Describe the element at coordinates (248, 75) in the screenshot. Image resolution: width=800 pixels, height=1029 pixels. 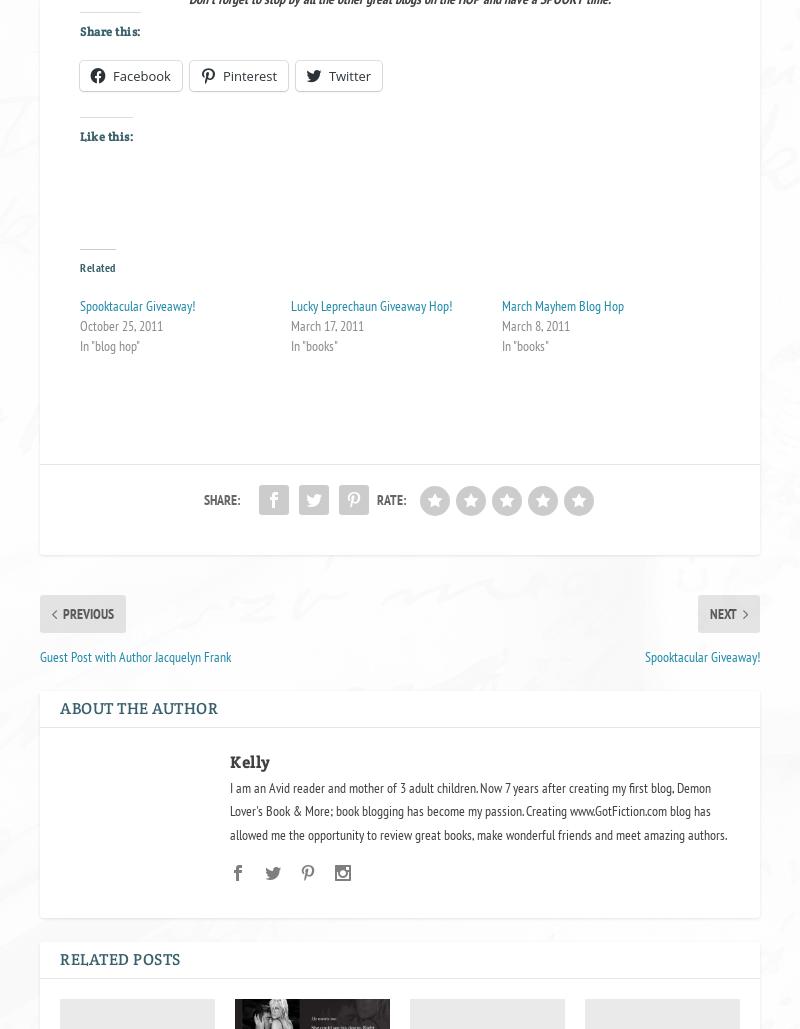
I see `'Pinterest'` at that location.